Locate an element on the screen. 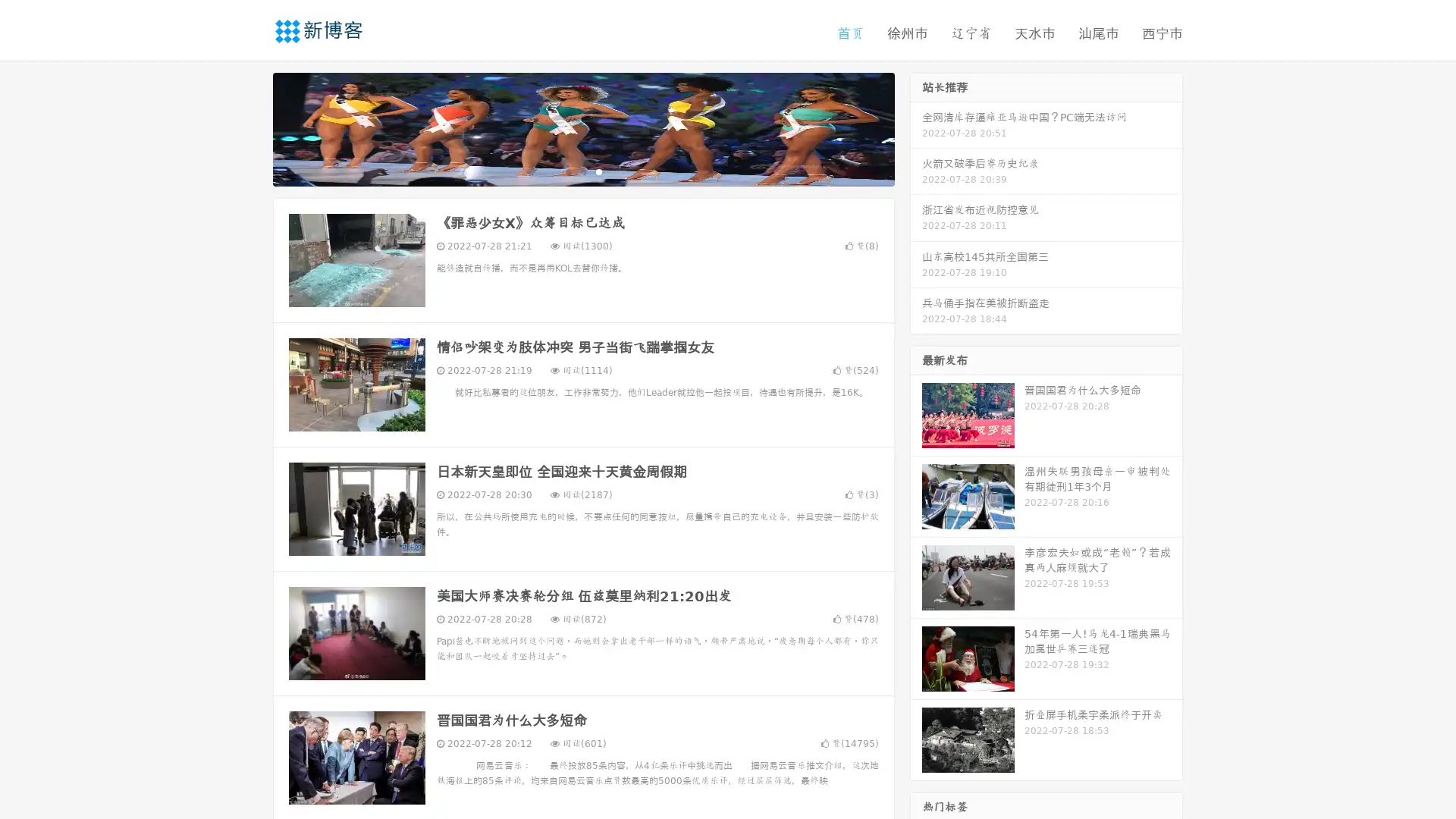  Go to slide 2 is located at coordinates (582, 171).